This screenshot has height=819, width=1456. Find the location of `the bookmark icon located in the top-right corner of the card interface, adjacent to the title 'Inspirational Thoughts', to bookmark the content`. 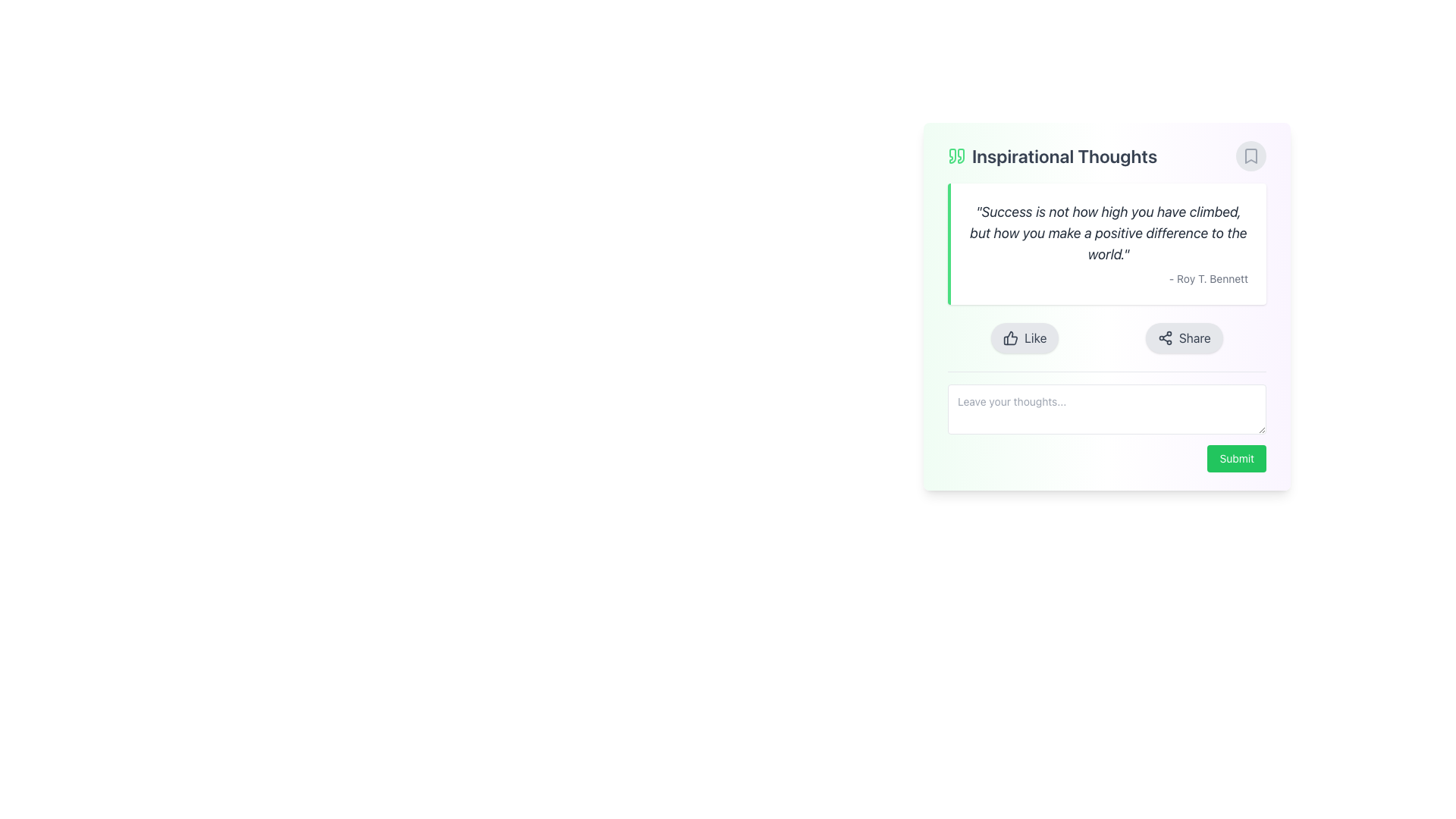

the bookmark icon located in the top-right corner of the card interface, adjacent to the title 'Inspirational Thoughts', to bookmark the content is located at coordinates (1251, 155).